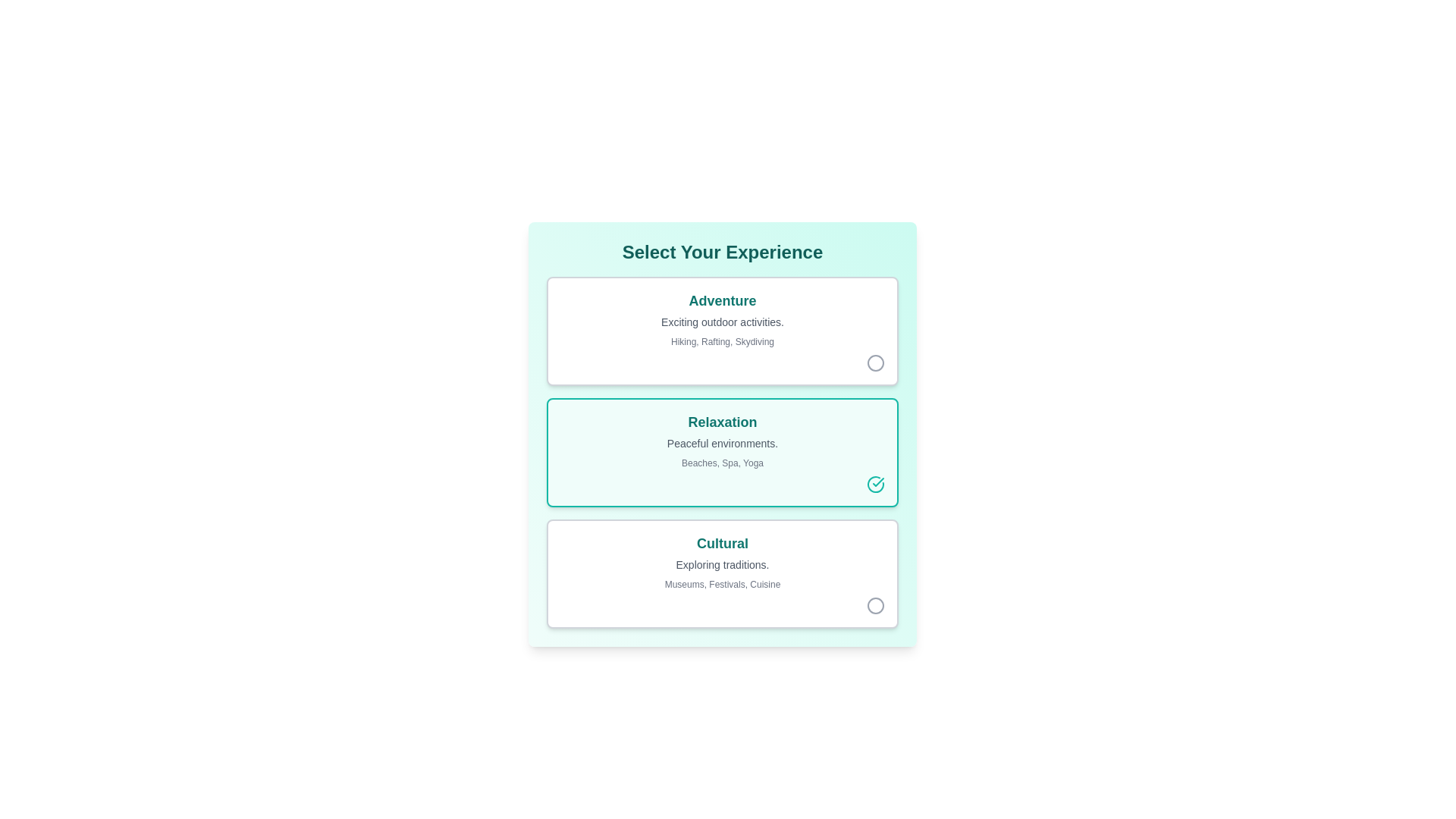 Image resolution: width=1456 pixels, height=819 pixels. Describe the element at coordinates (722, 584) in the screenshot. I see `the text segment displaying 'Museums, Festivals, Cuisine' within the 'Cultural' card, which is the third text block following 'Exploring traditions'` at that location.